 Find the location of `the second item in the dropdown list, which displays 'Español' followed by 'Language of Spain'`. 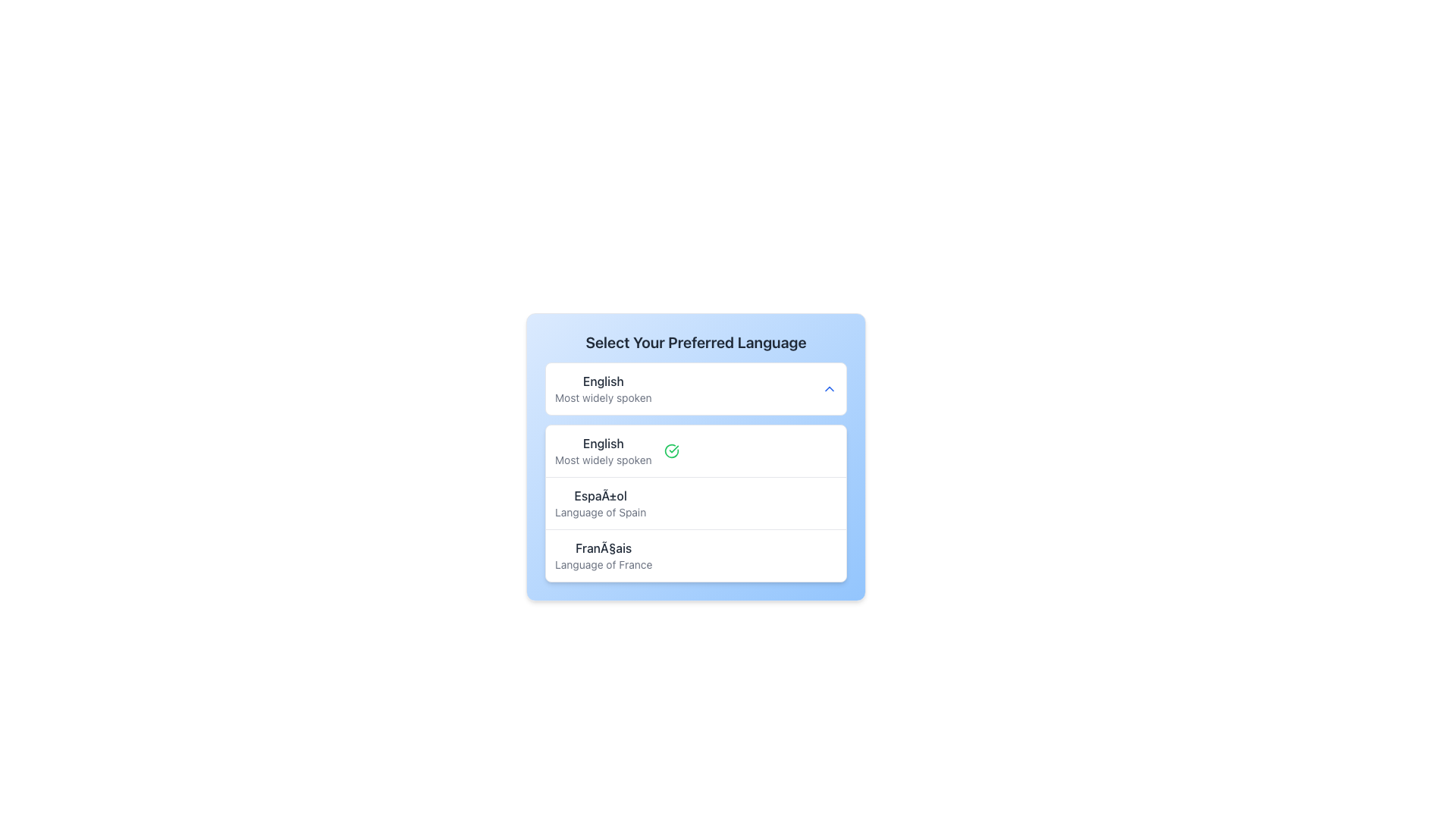

the second item in the dropdown list, which displays 'Español' followed by 'Language of Spain' is located at coordinates (695, 503).